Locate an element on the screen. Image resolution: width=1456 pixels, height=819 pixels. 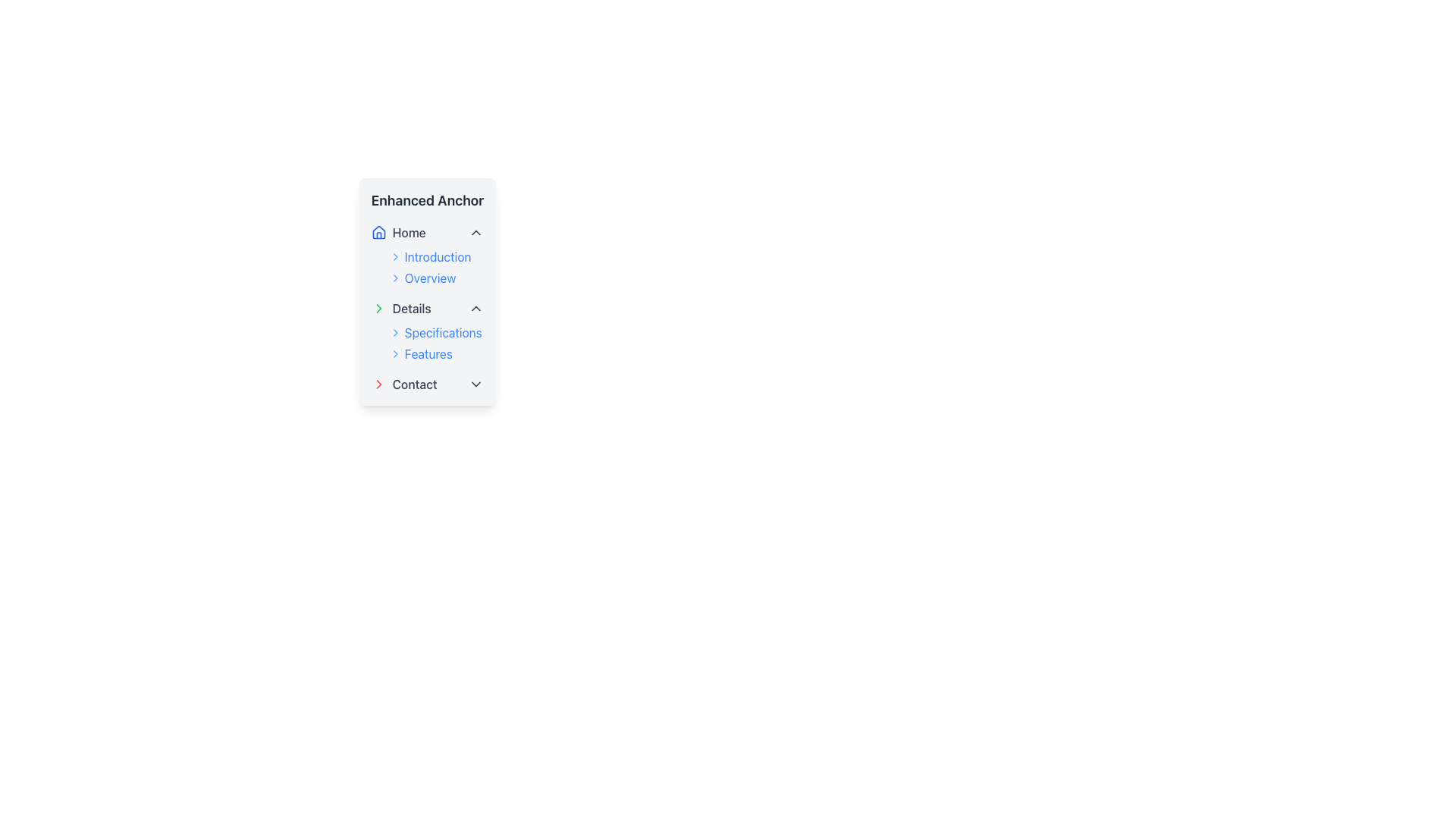
the 'Overview' text link located in the 'Home' section of the sidebar navigation is located at coordinates (429, 278).